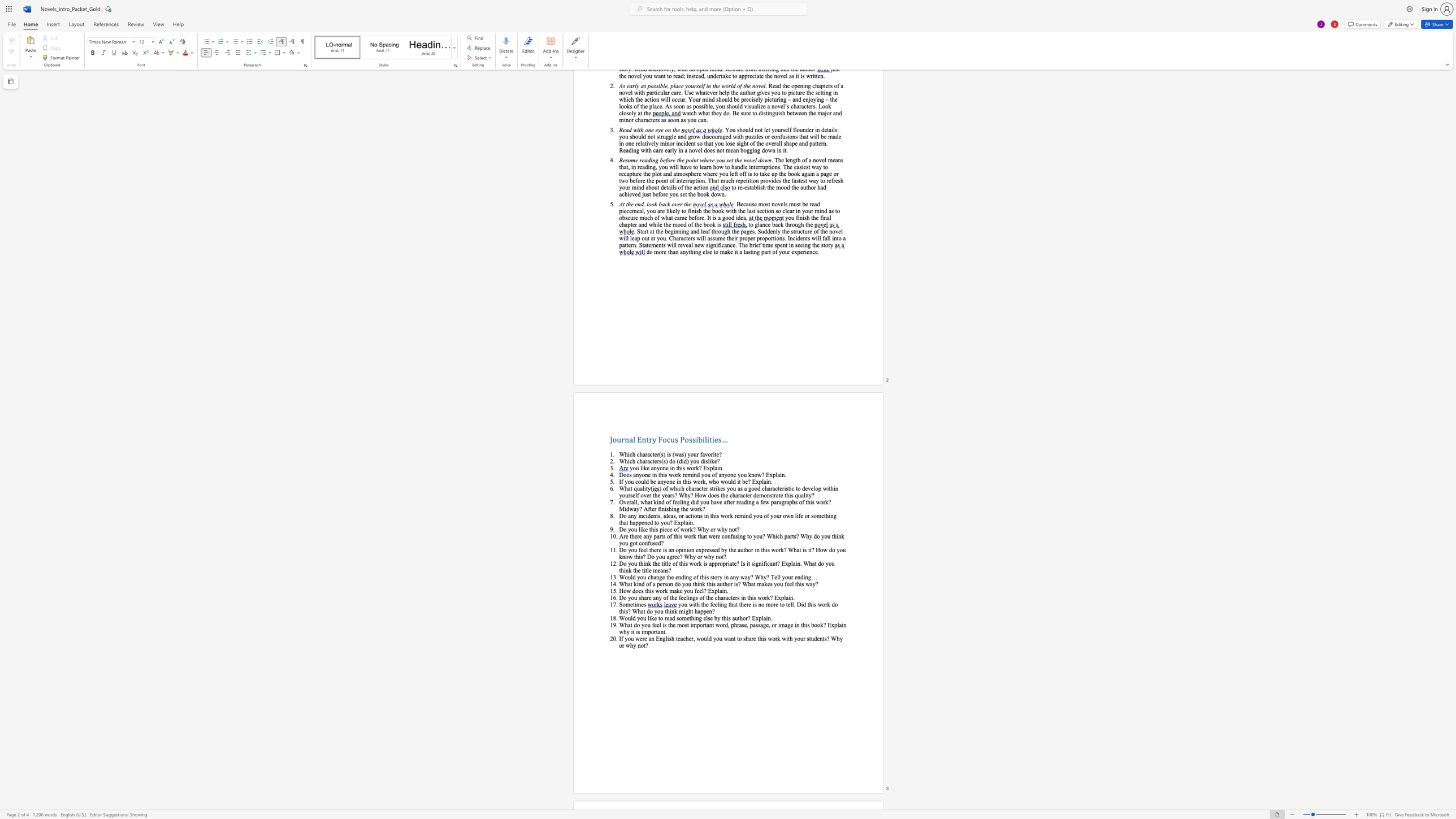  What do you see at coordinates (721, 604) in the screenshot?
I see `the subset text "ng that there is no more to tell. Did this work do this? Wh" within the text "you with the feeling that there is no more to tell. Did this work do this? What do you think might happen?"` at bounding box center [721, 604].